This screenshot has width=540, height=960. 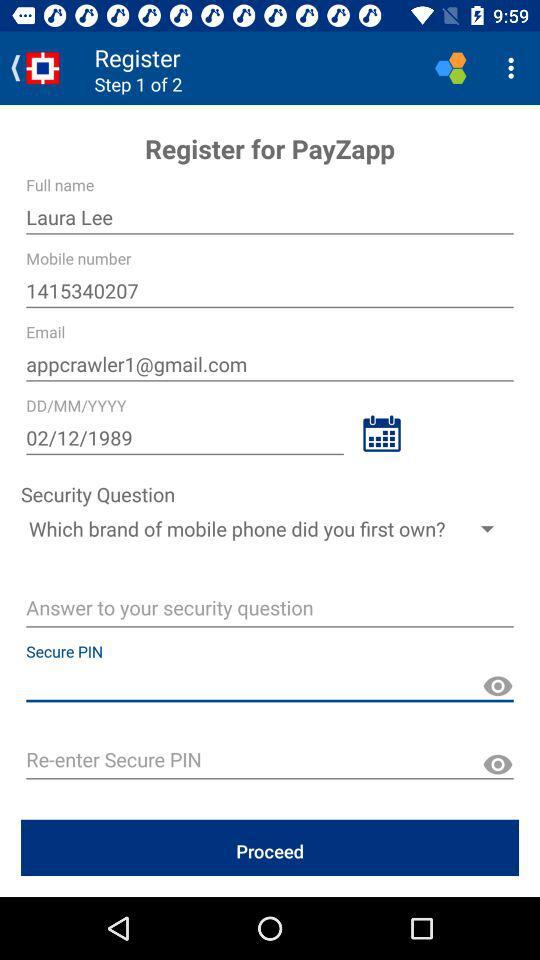 What do you see at coordinates (270, 609) in the screenshot?
I see `type your security question answer` at bounding box center [270, 609].